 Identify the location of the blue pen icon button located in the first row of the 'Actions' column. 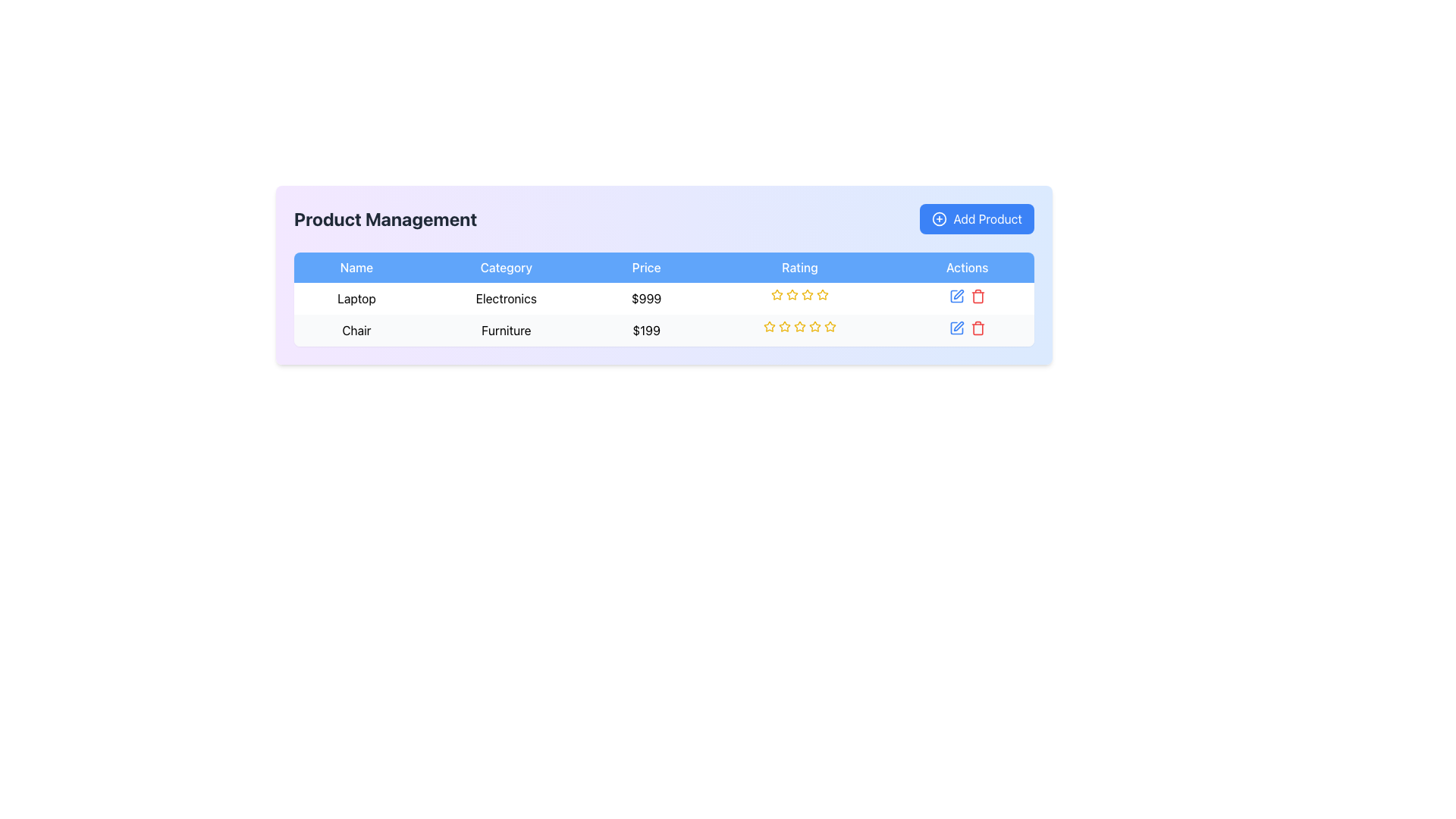
(955, 296).